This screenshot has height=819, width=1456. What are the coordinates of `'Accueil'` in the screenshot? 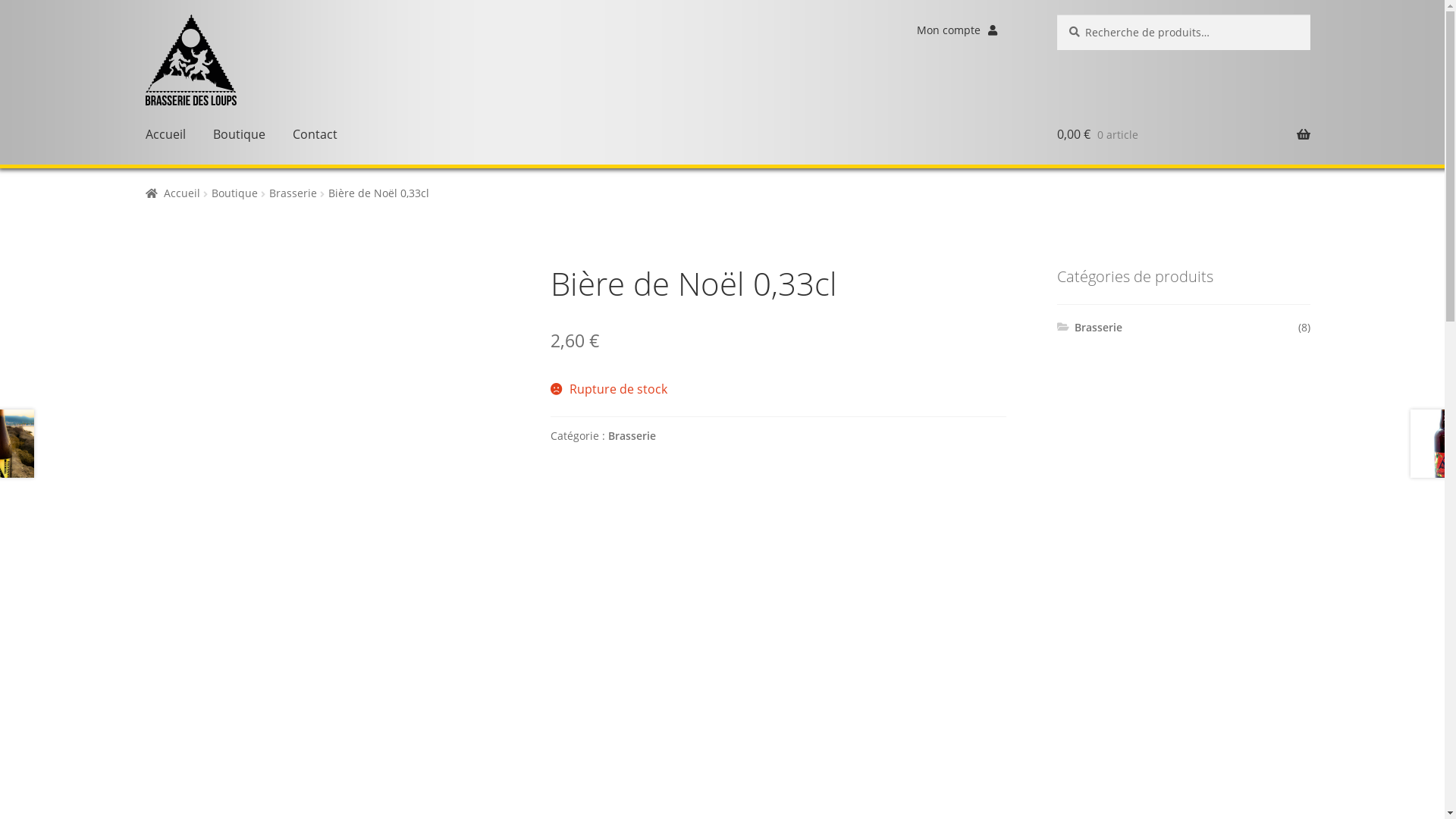 It's located at (165, 133).